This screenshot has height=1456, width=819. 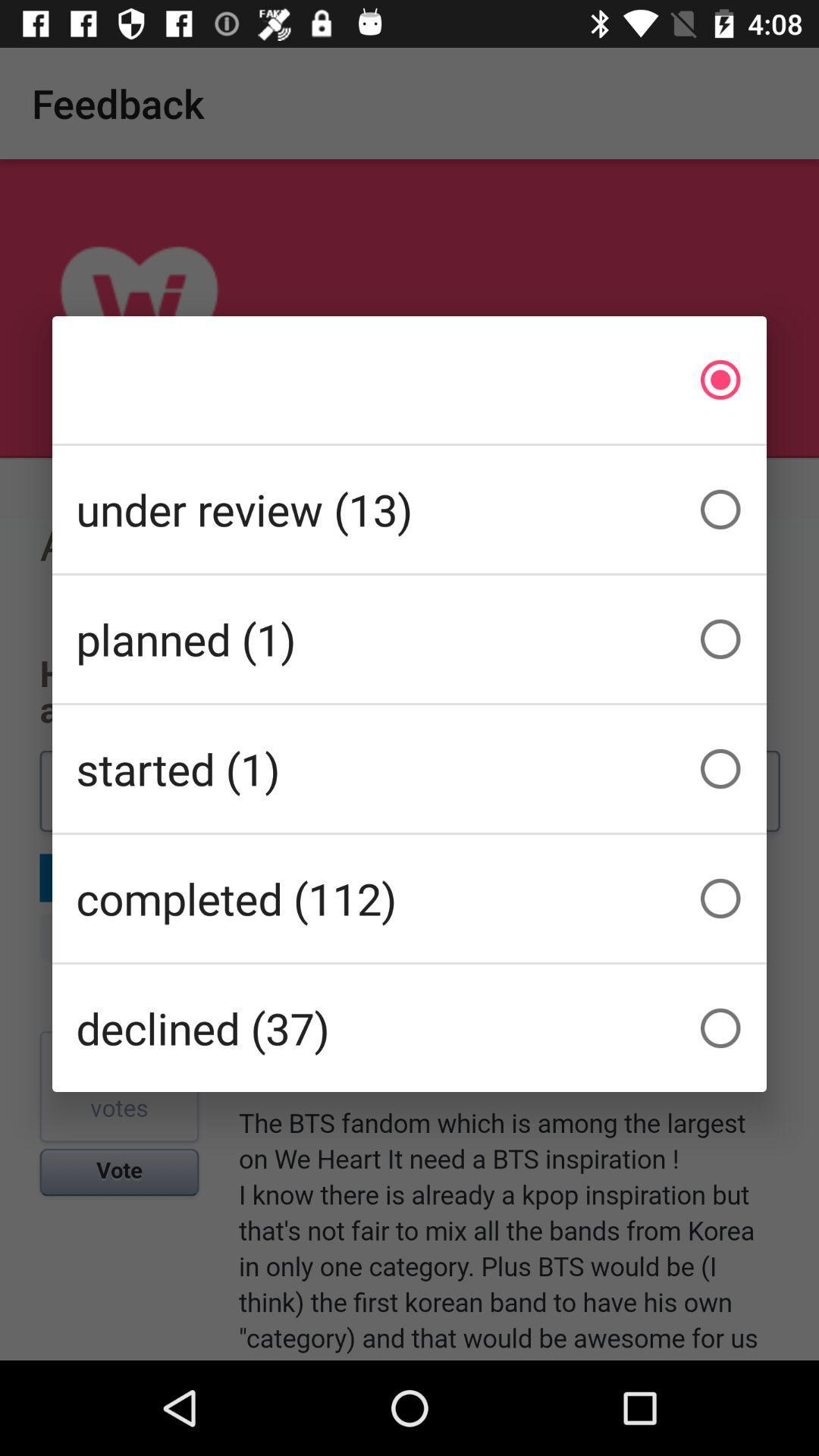 I want to click on the icon below started (1) icon, so click(x=409, y=899).